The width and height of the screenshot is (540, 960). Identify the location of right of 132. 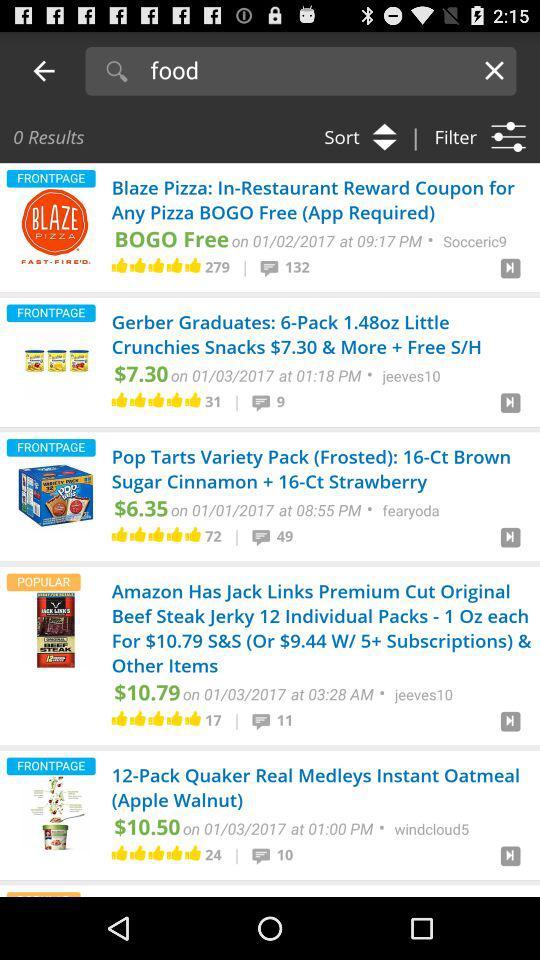
(510, 270).